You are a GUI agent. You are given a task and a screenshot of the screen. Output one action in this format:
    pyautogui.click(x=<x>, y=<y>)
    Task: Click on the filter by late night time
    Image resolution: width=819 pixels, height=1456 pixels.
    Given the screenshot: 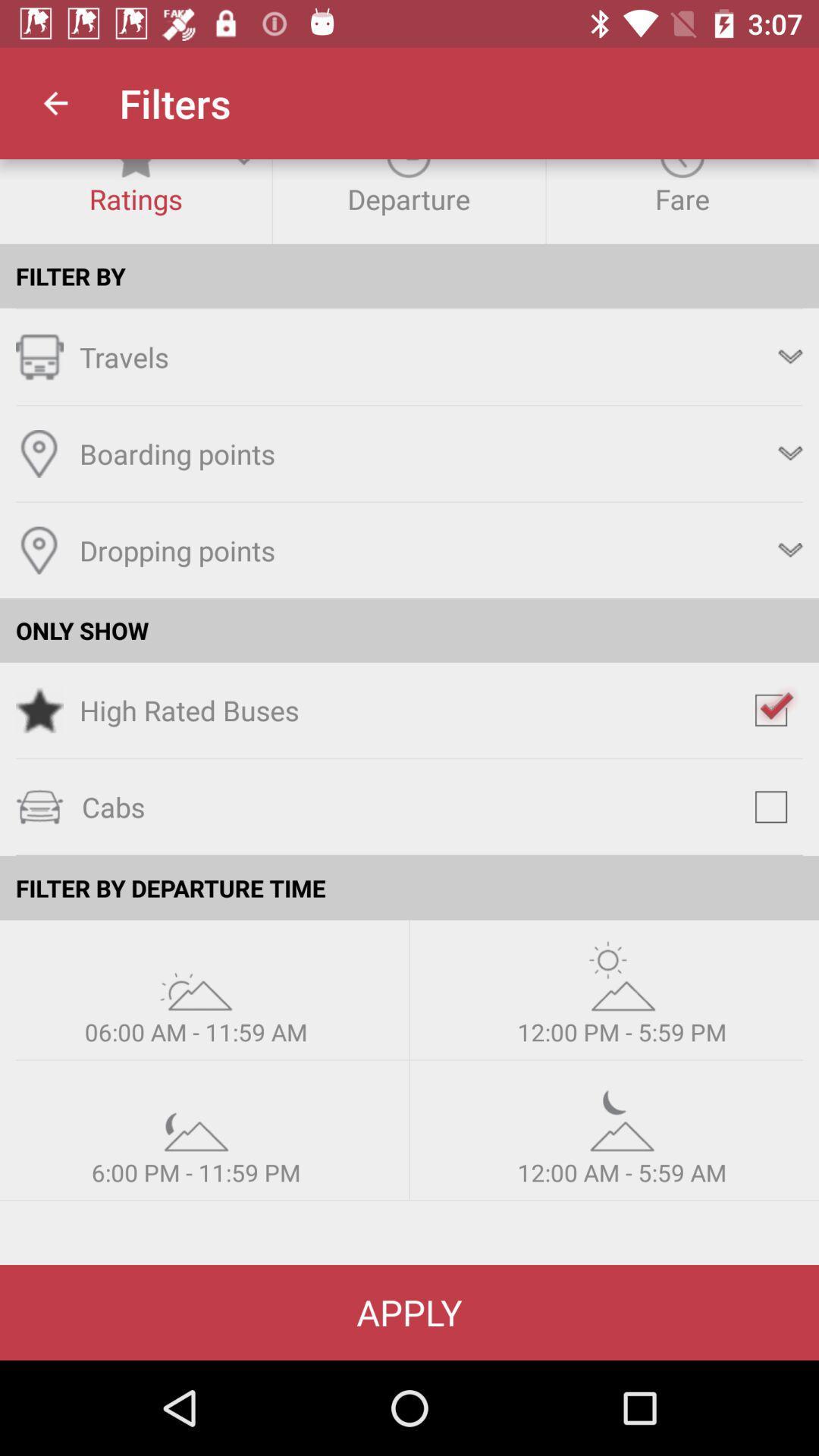 What is the action you would take?
    pyautogui.click(x=622, y=1116)
    